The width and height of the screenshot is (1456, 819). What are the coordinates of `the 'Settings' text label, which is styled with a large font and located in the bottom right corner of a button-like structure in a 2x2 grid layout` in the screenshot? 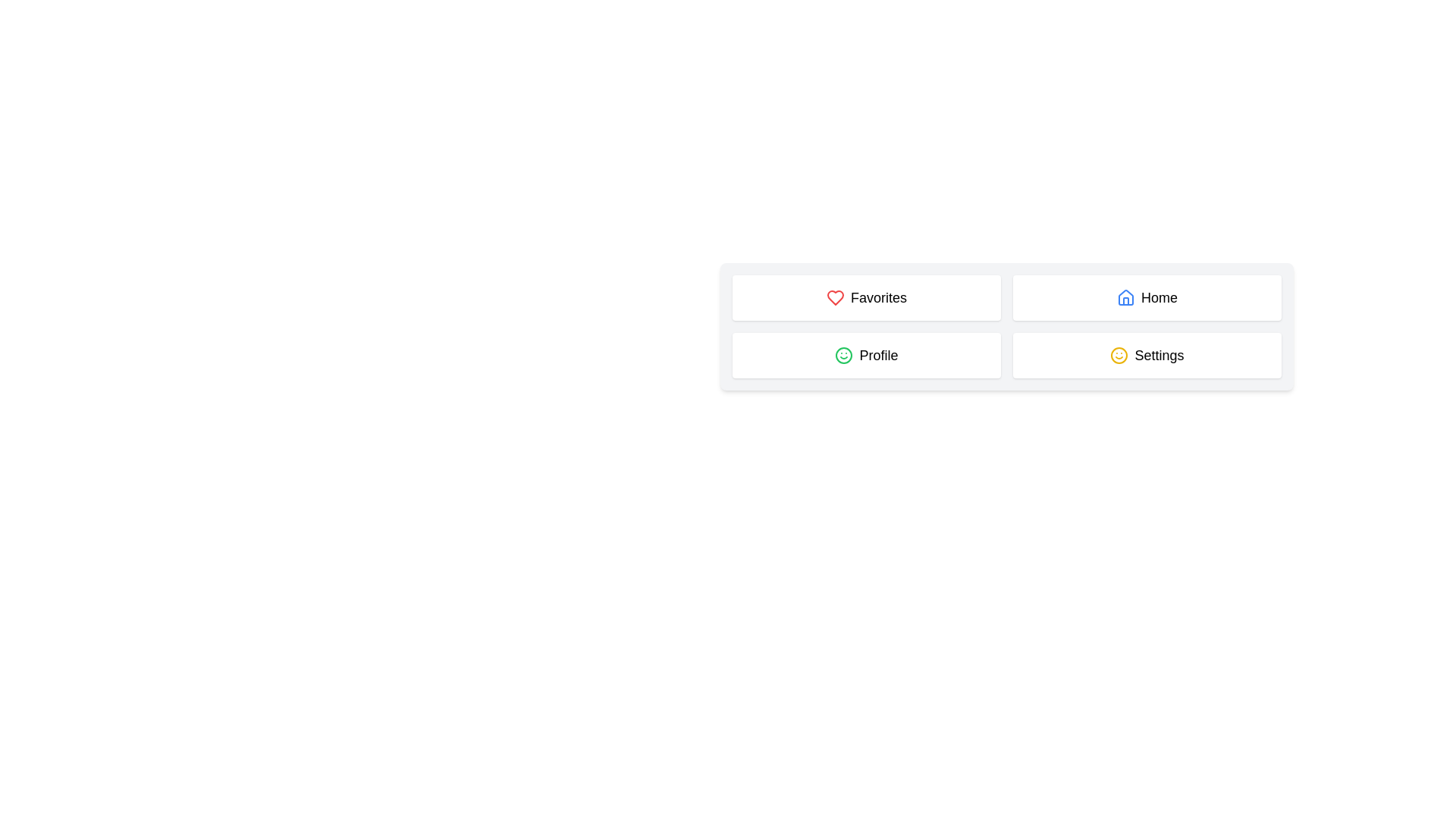 It's located at (1158, 356).